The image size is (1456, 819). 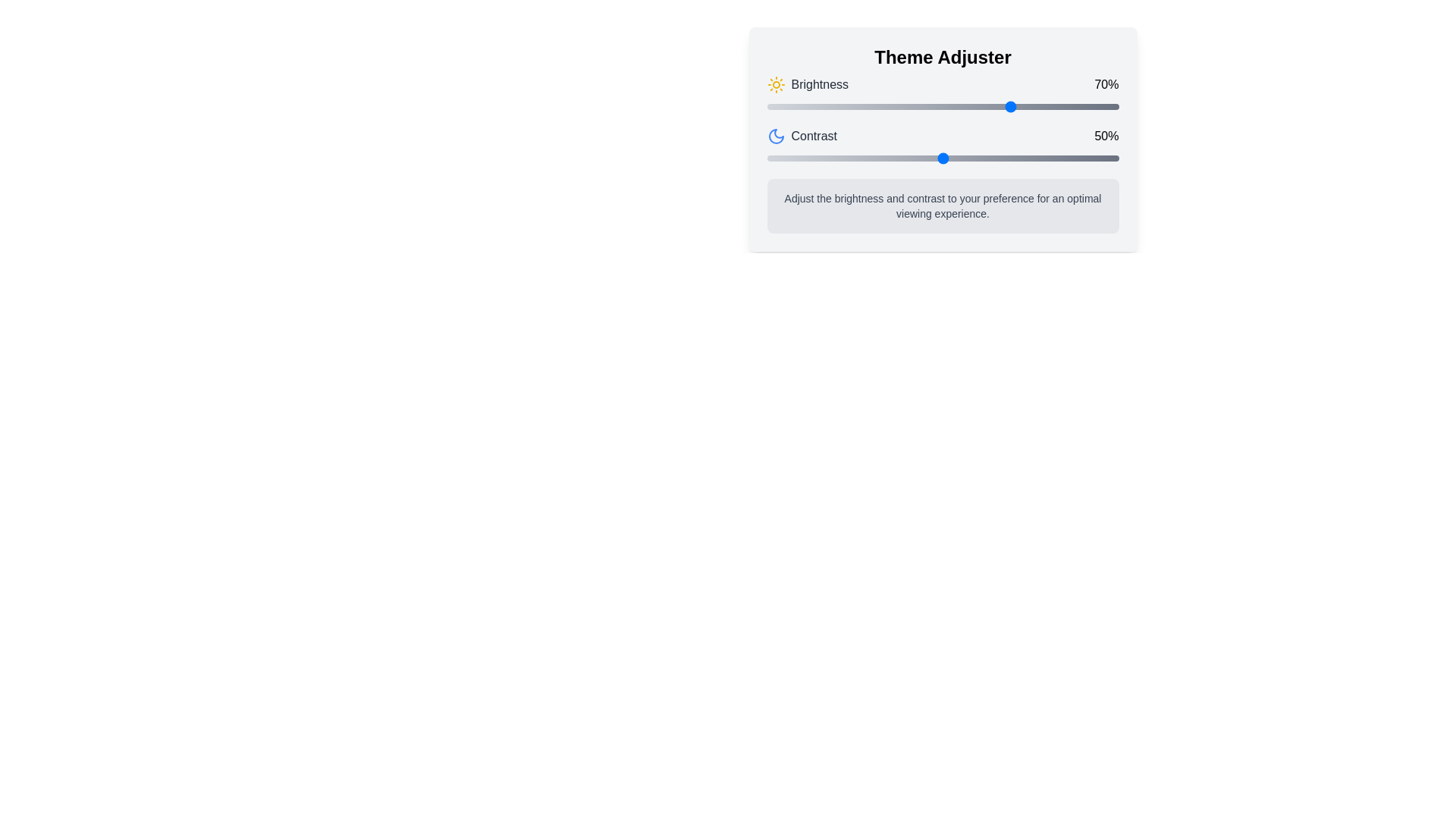 What do you see at coordinates (1051, 158) in the screenshot?
I see `the contrast level` at bounding box center [1051, 158].